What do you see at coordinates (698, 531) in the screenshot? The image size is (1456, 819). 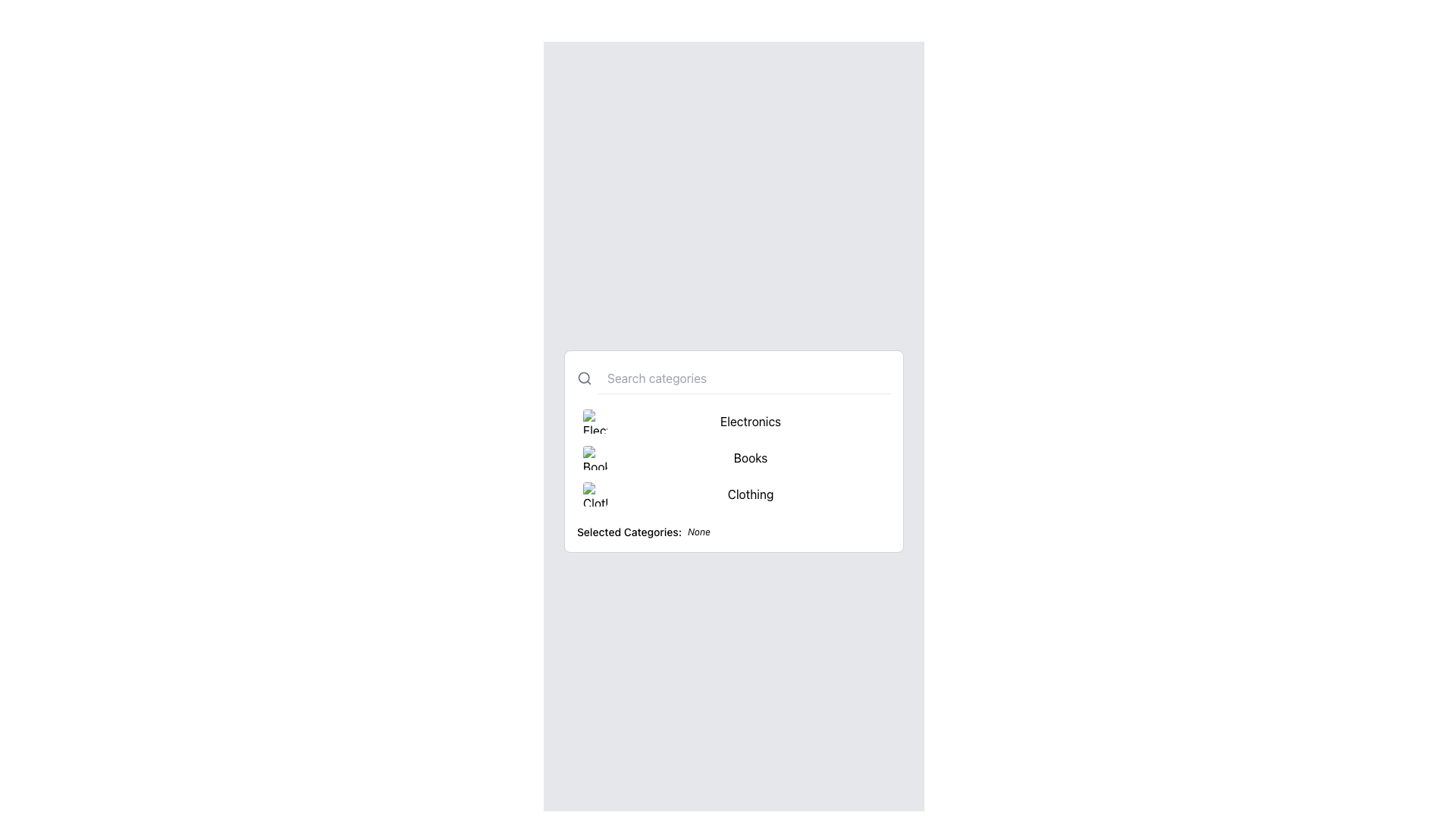 I see `the static text label displaying 'None' in italic style, located in the 'Selected Categories' section of the pop-up panel` at bounding box center [698, 531].